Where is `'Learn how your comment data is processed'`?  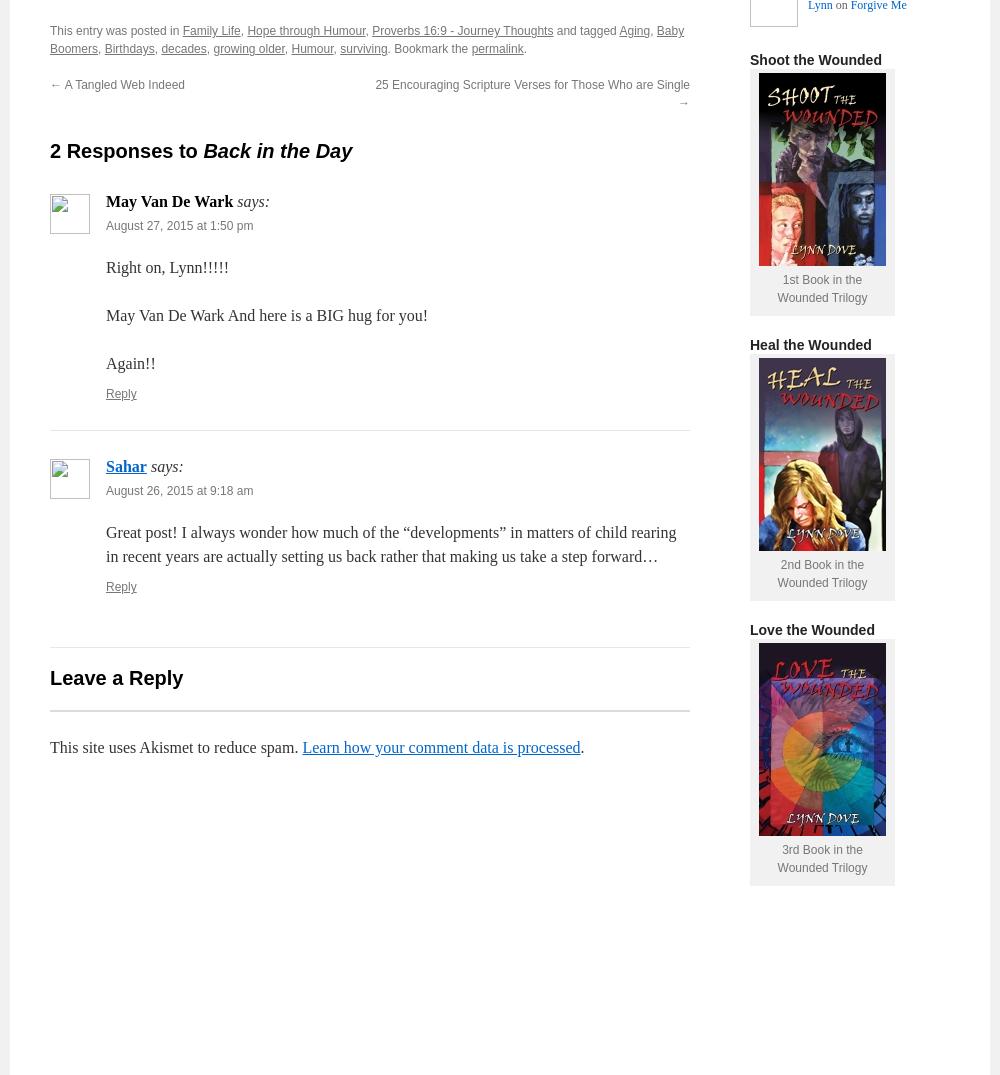 'Learn how your comment data is processed' is located at coordinates (440, 747).